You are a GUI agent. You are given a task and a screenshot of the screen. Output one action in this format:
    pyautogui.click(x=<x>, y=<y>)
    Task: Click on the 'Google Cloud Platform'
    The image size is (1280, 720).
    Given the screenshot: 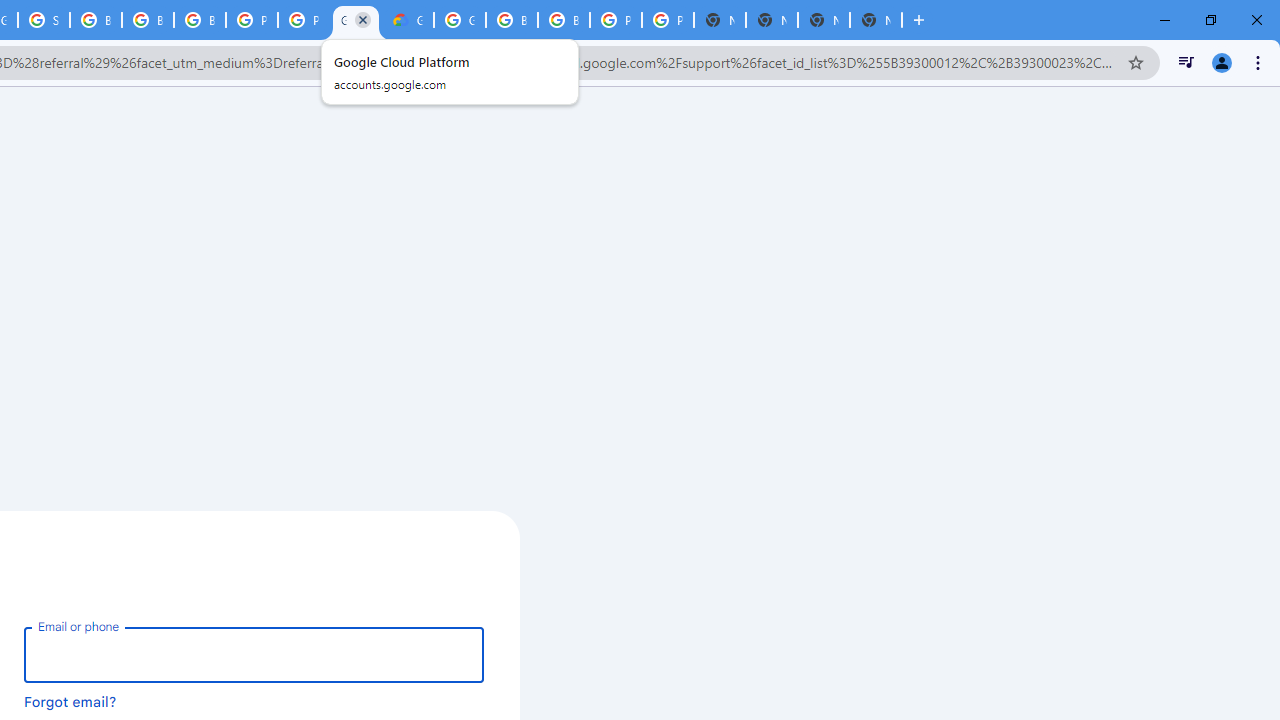 What is the action you would take?
    pyautogui.click(x=355, y=20)
    